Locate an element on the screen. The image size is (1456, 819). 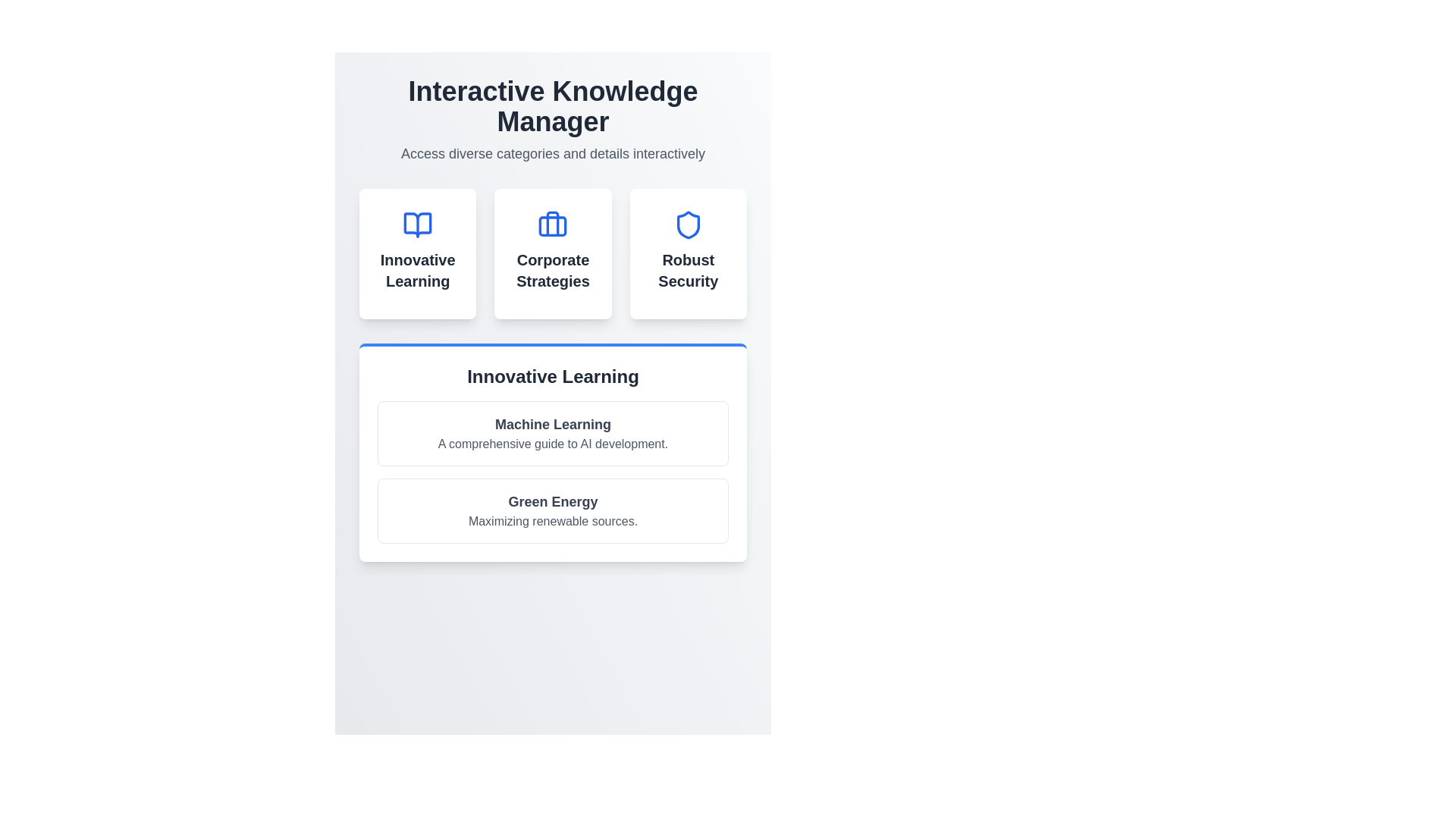
the shield-shaped icon with blue lines that represents robust security, located in the third column above the label 'Robust Security' is located at coordinates (687, 225).